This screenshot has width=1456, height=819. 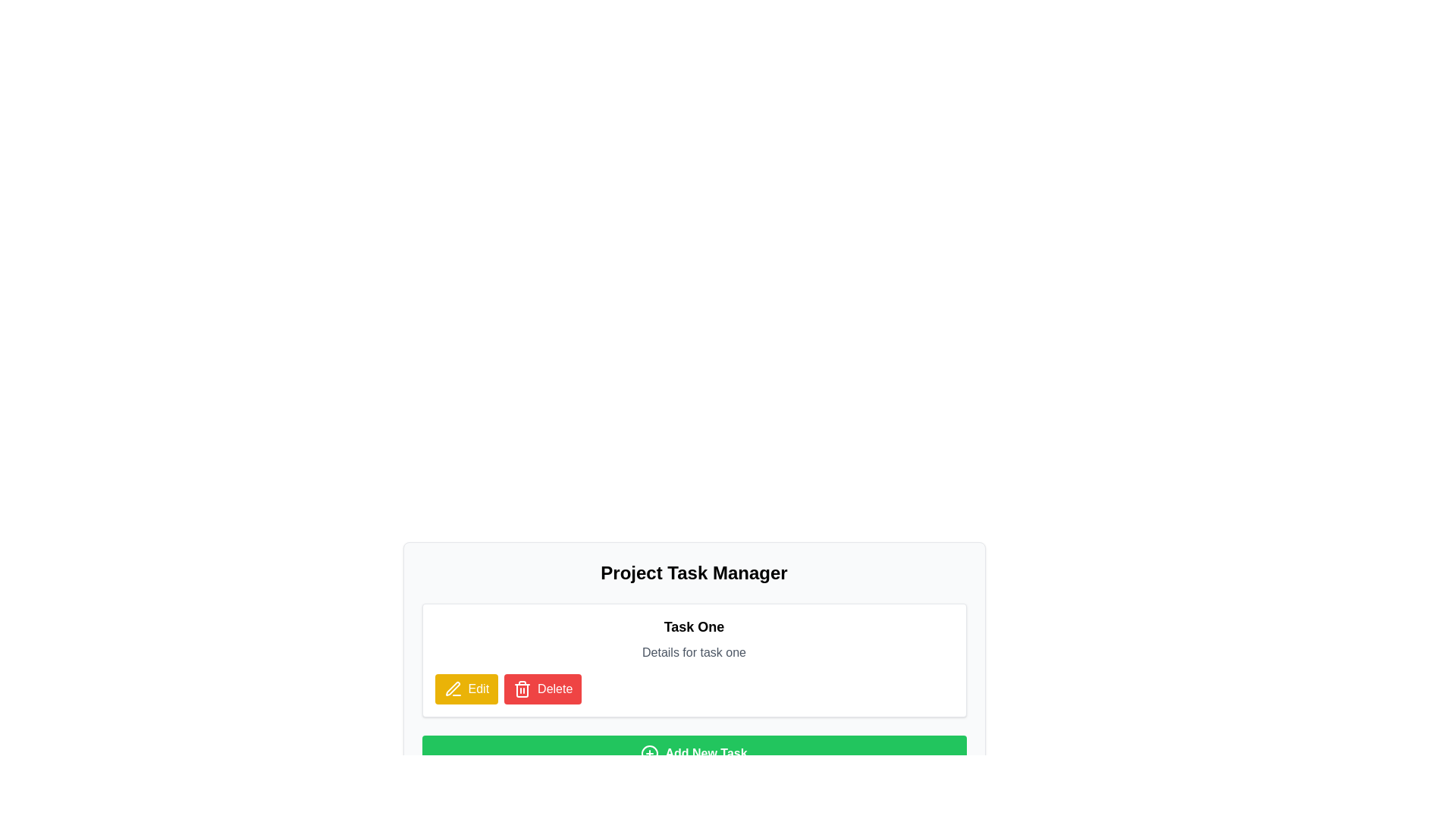 What do you see at coordinates (693, 651) in the screenshot?
I see `the text label containing the phrase 'Details for task one', which is visually represented in a lighter gray font and positioned below the 'Task One' heading` at bounding box center [693, 651].